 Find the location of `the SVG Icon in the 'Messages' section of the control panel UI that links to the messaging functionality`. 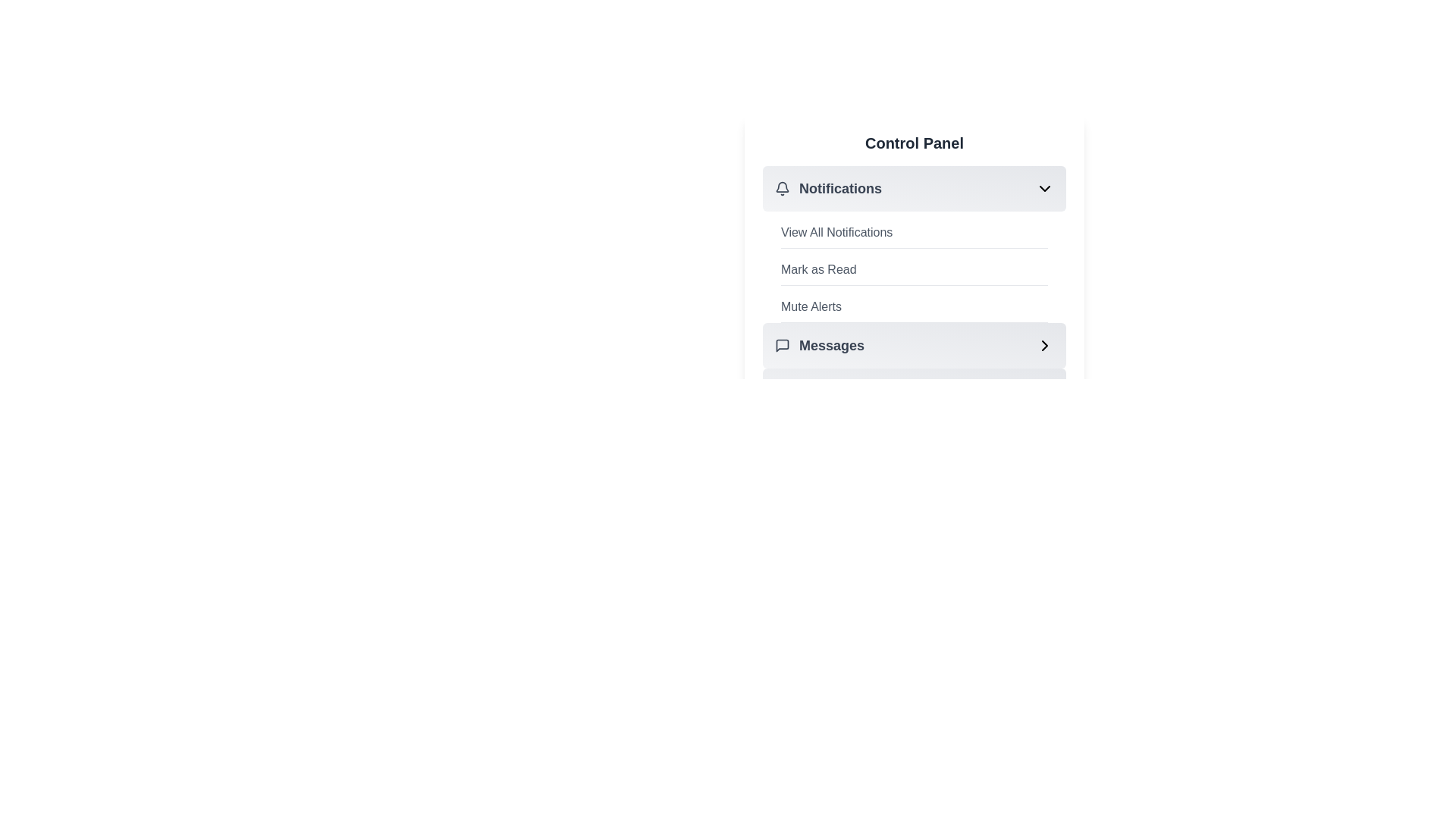

the SVG Icon in the 'Messages' section of the control panel UI that links to the messaging functionality is located at coordinates (783, 345).